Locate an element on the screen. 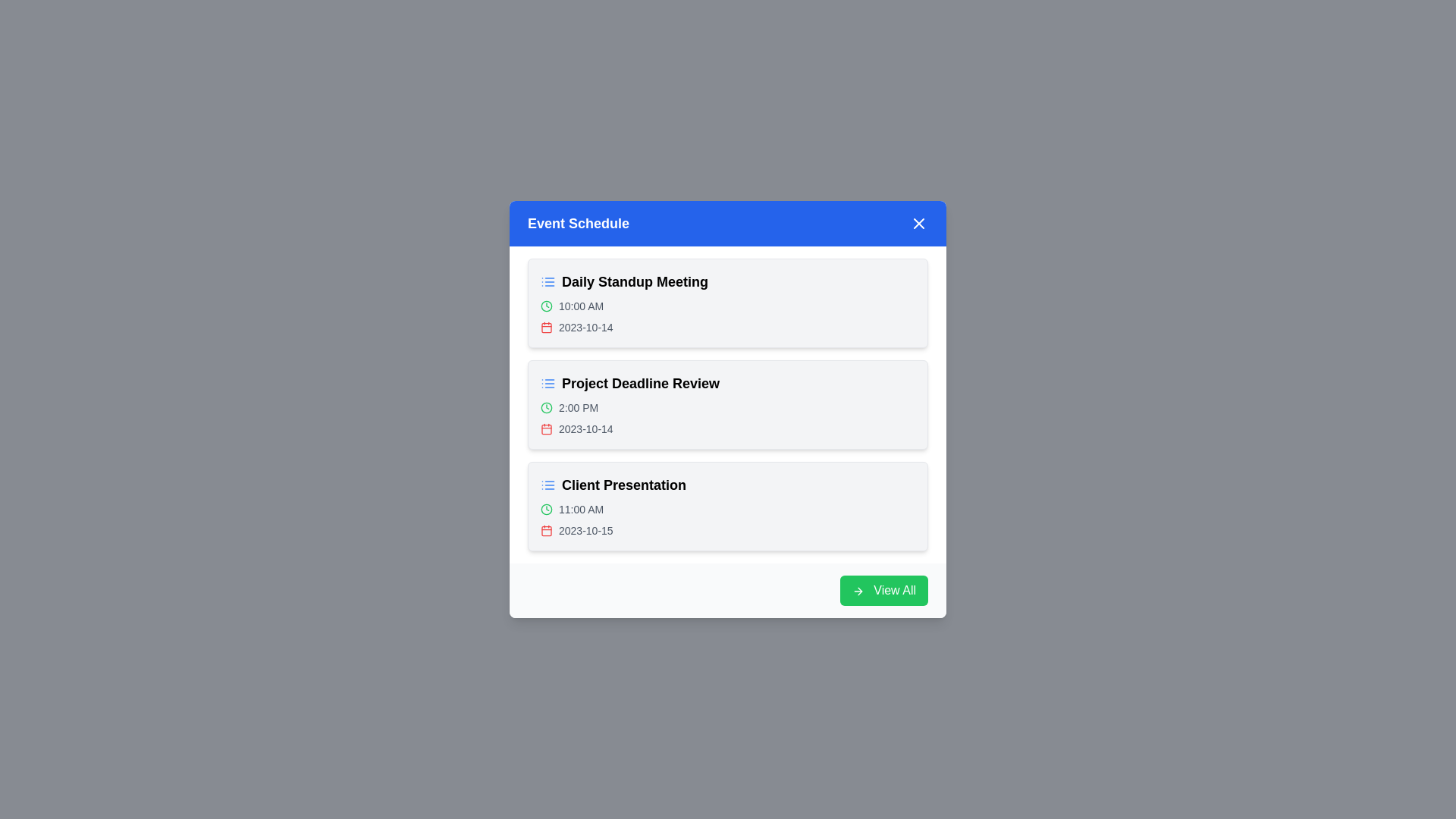 Image resolution: width=1456 pixels, height=819 pixels. the SVG Calendar Icon, which is a vibrant red icon with rounded corners located to the left of the date text '2023-10-14' is located at coordinates (546, 327).